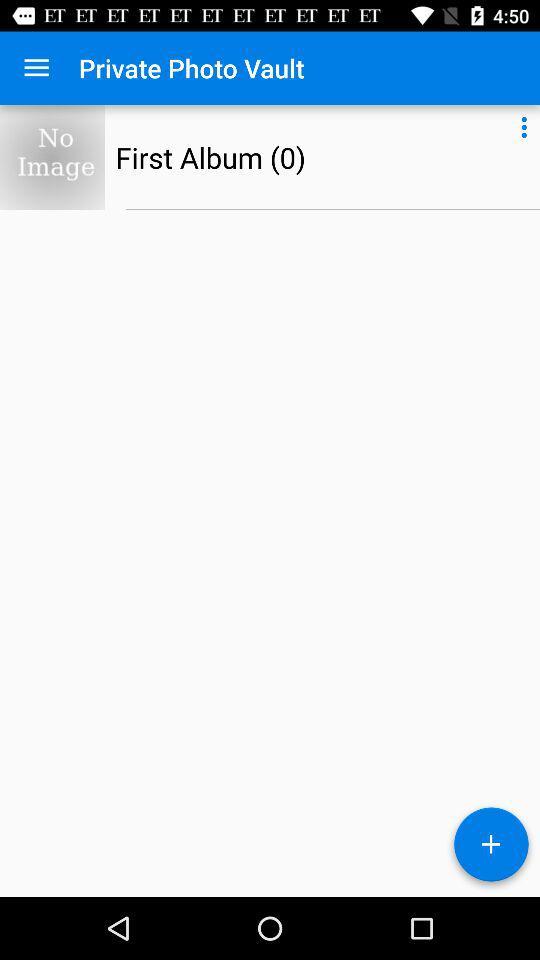 The width and height of the screenshot is (540, 960). Describe the element at coordinates (490, 847) in the screenshot. I see `album` at that location.